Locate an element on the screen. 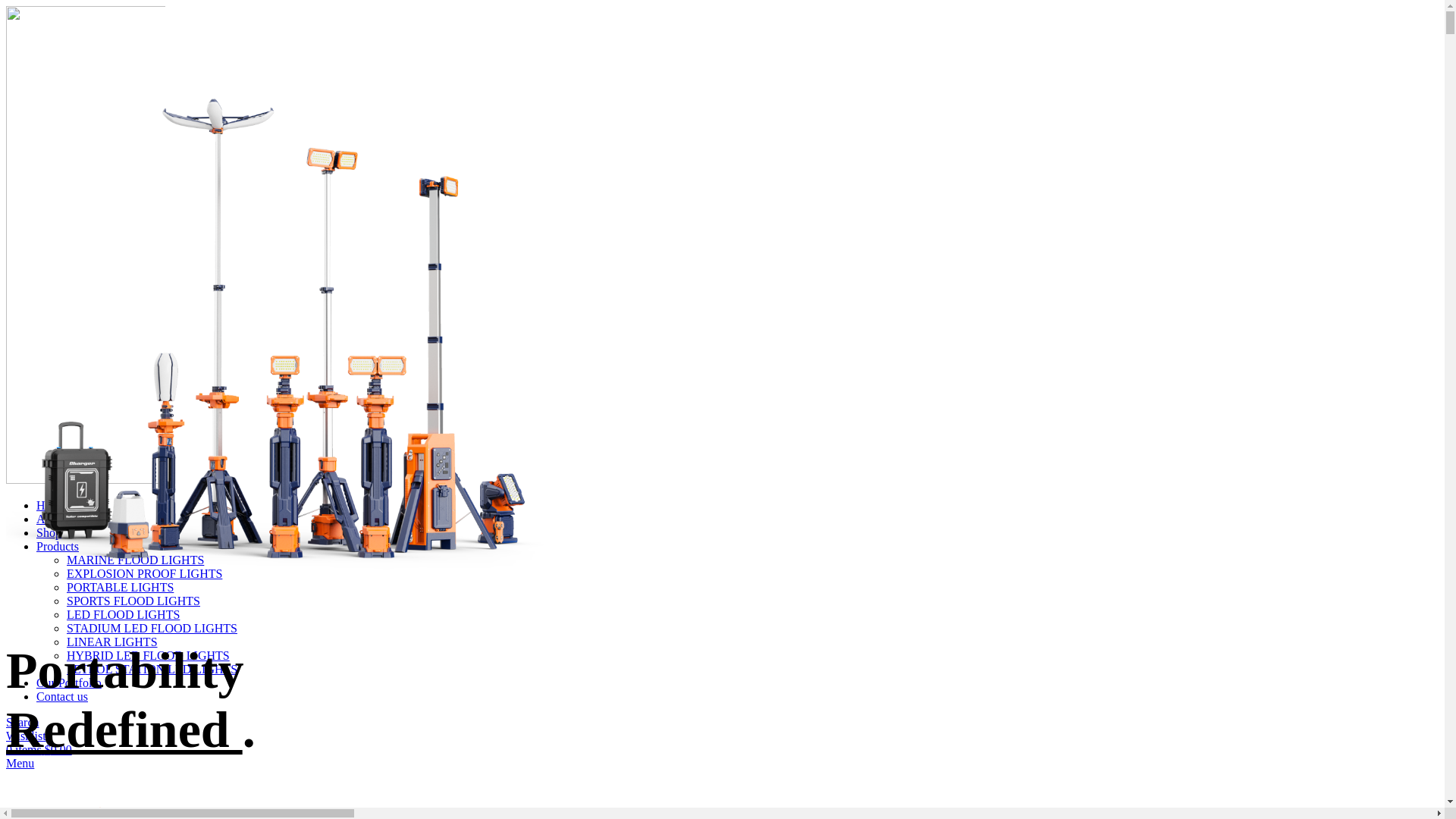 Image resolution: width=1456 pixels, height=819 pixels. 'STADIUM LED FLOOD LIGHTS' is located at coordinates (152, 628).